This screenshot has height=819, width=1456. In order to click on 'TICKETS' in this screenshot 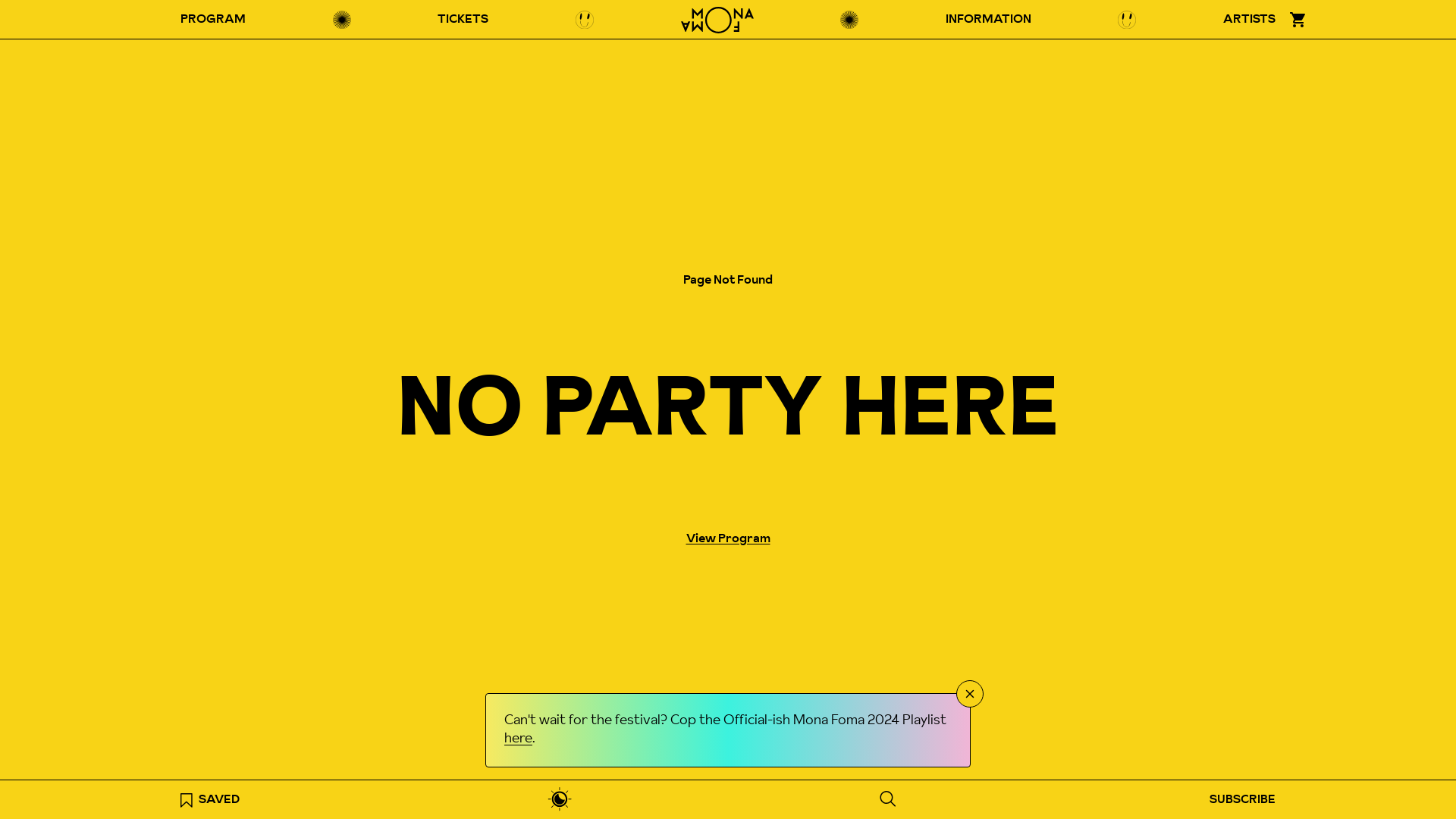, I will do `click(462, 20)`.